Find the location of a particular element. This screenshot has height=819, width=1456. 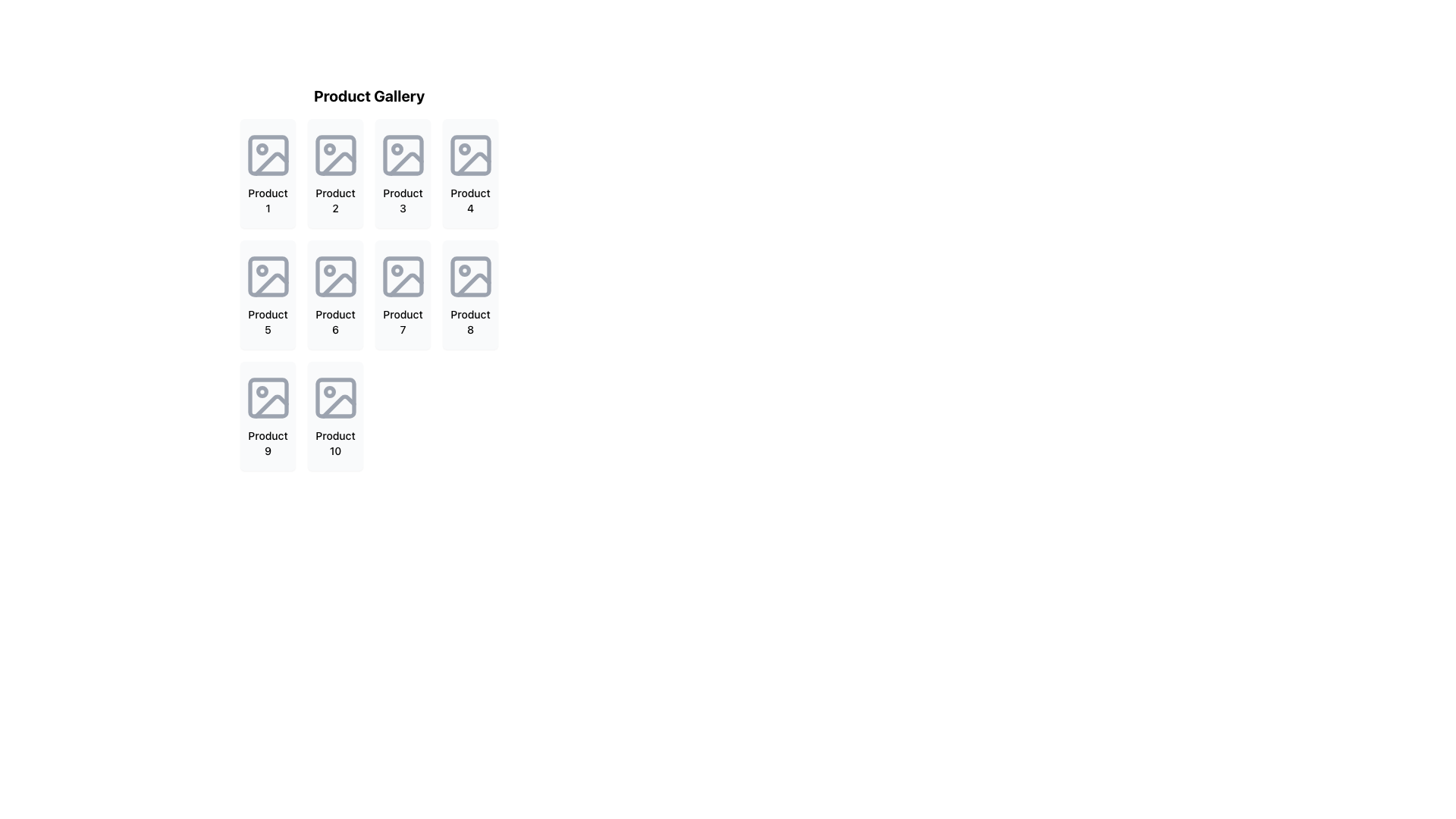

the Image Icon representing 'Product 8' located in the second row and fourth column of the 'Product Gallery' grid layout is located at coordinates (469, 277).